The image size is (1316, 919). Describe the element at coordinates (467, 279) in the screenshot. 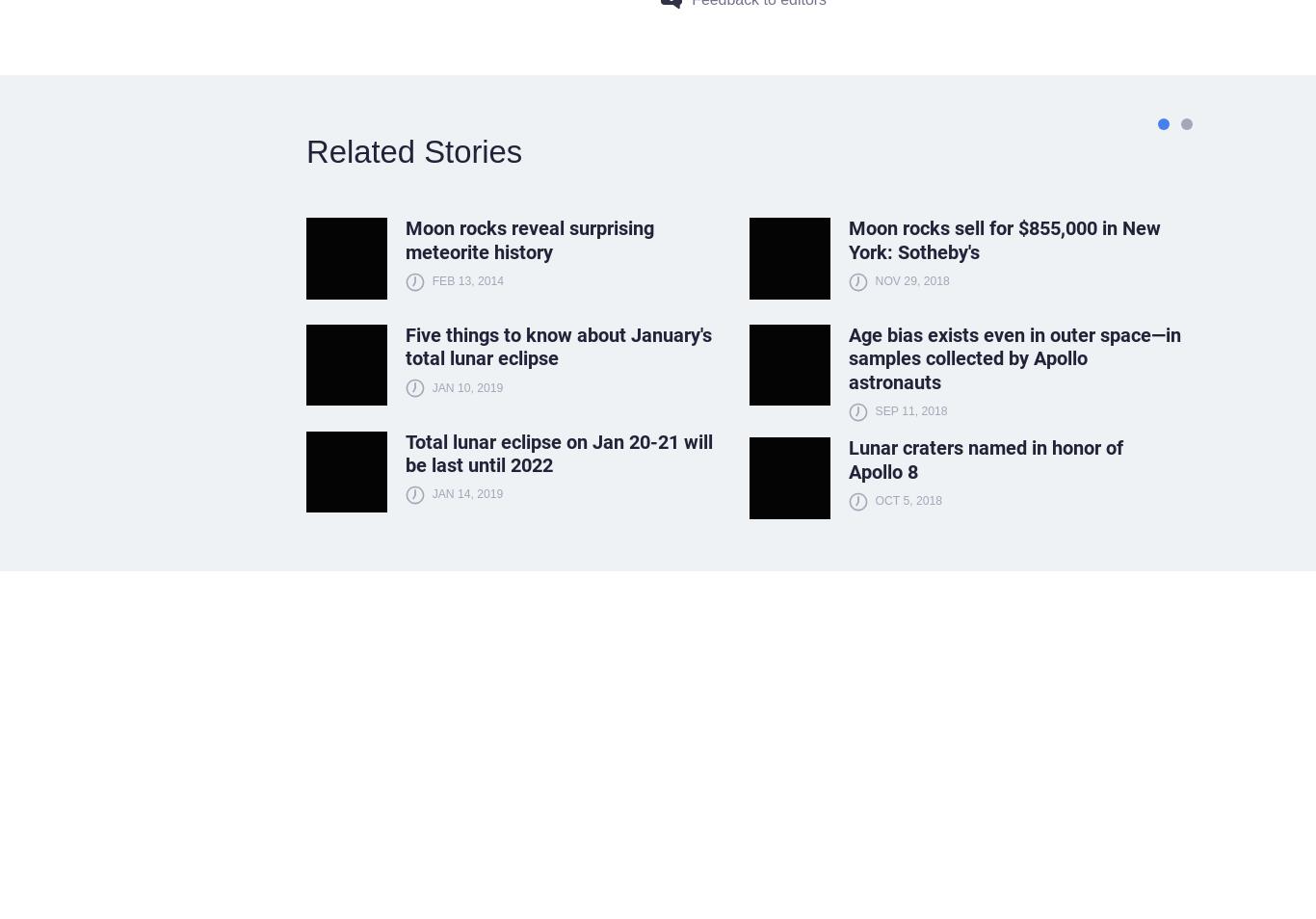

I see `'Feb 13, 2014'` at that location.